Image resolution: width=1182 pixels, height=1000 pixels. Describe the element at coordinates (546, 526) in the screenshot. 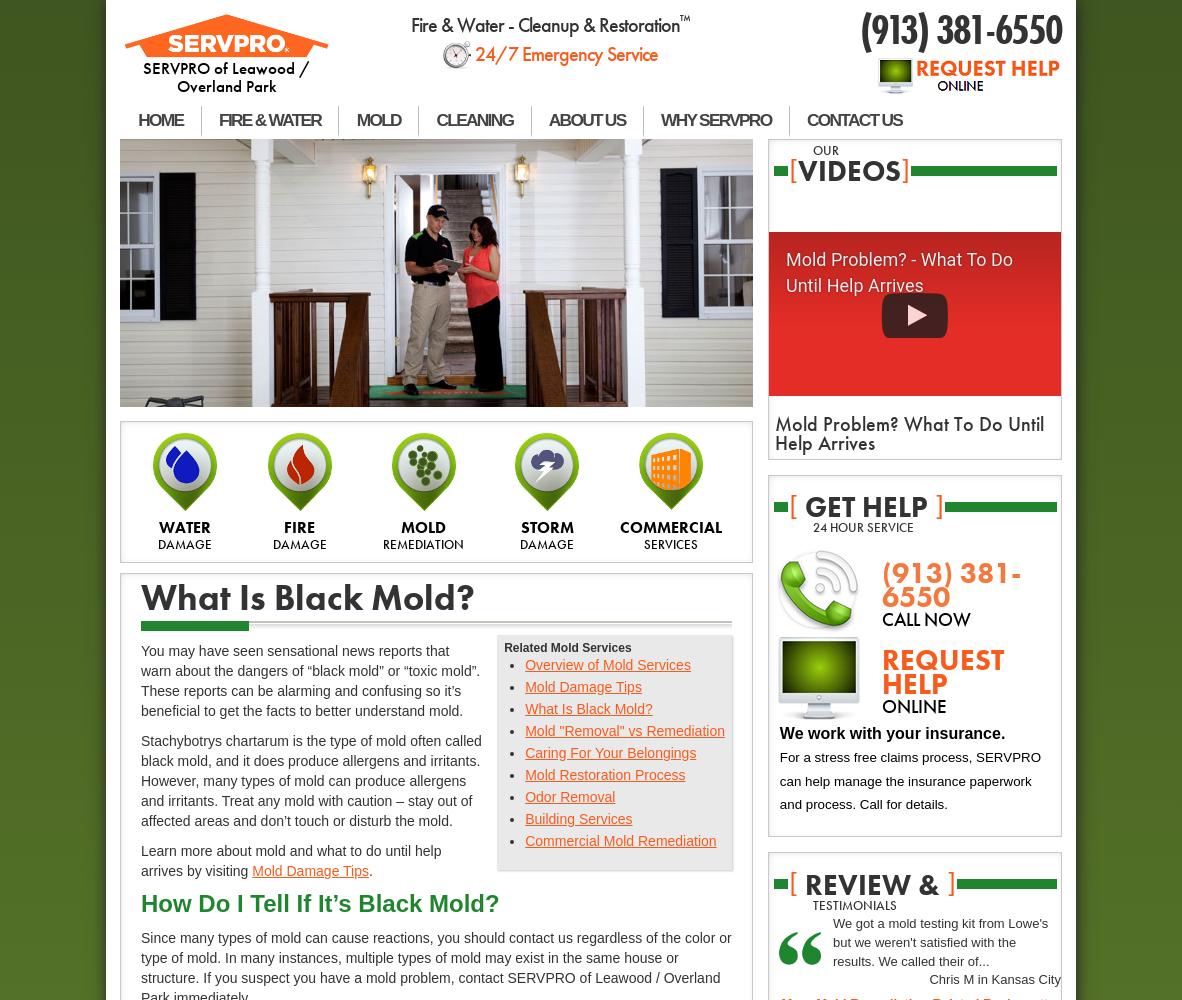

I see `'STORM'` at that location.